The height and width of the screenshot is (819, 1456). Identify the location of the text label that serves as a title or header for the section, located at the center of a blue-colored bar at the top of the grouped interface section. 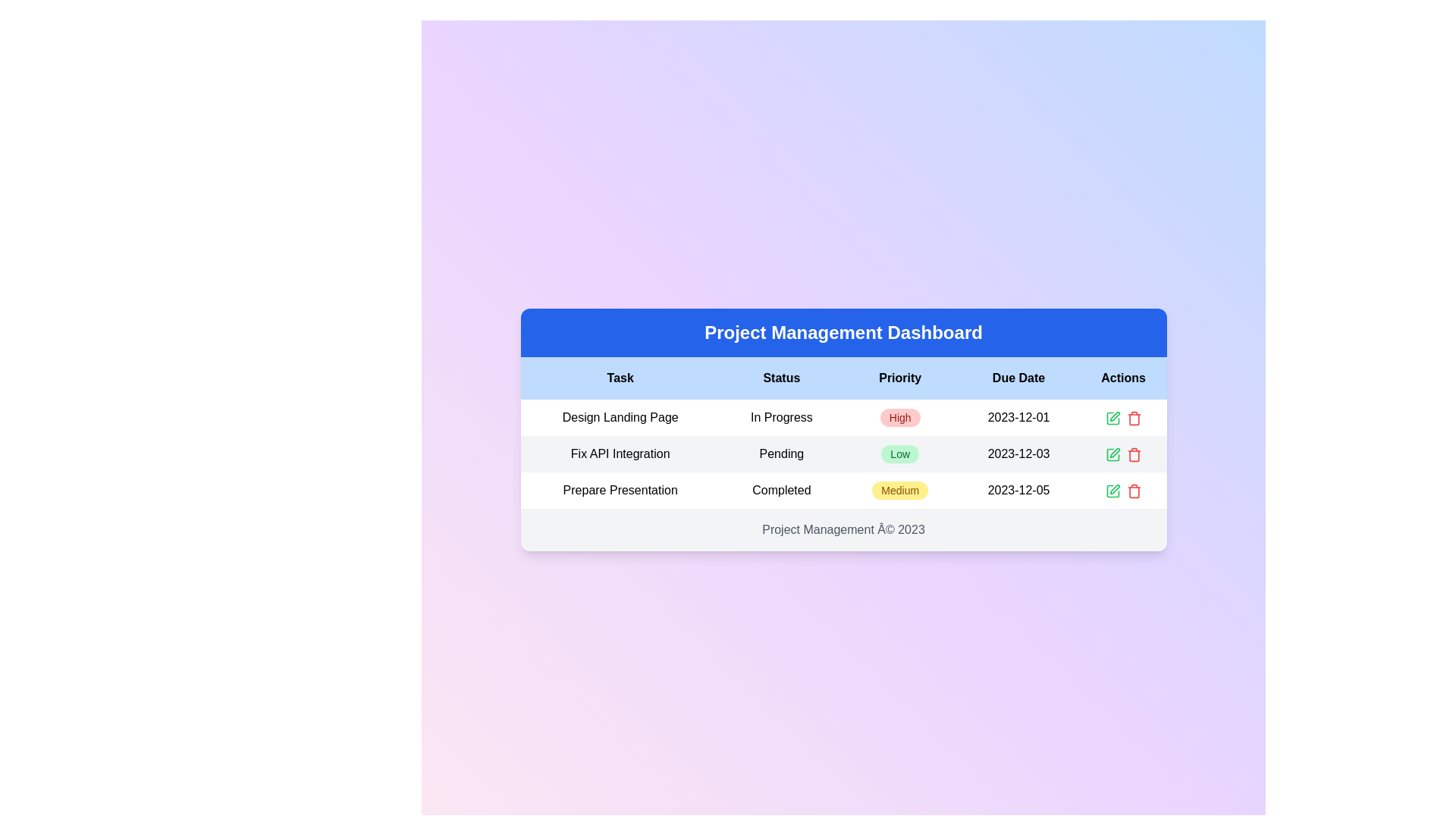
(843, 332).